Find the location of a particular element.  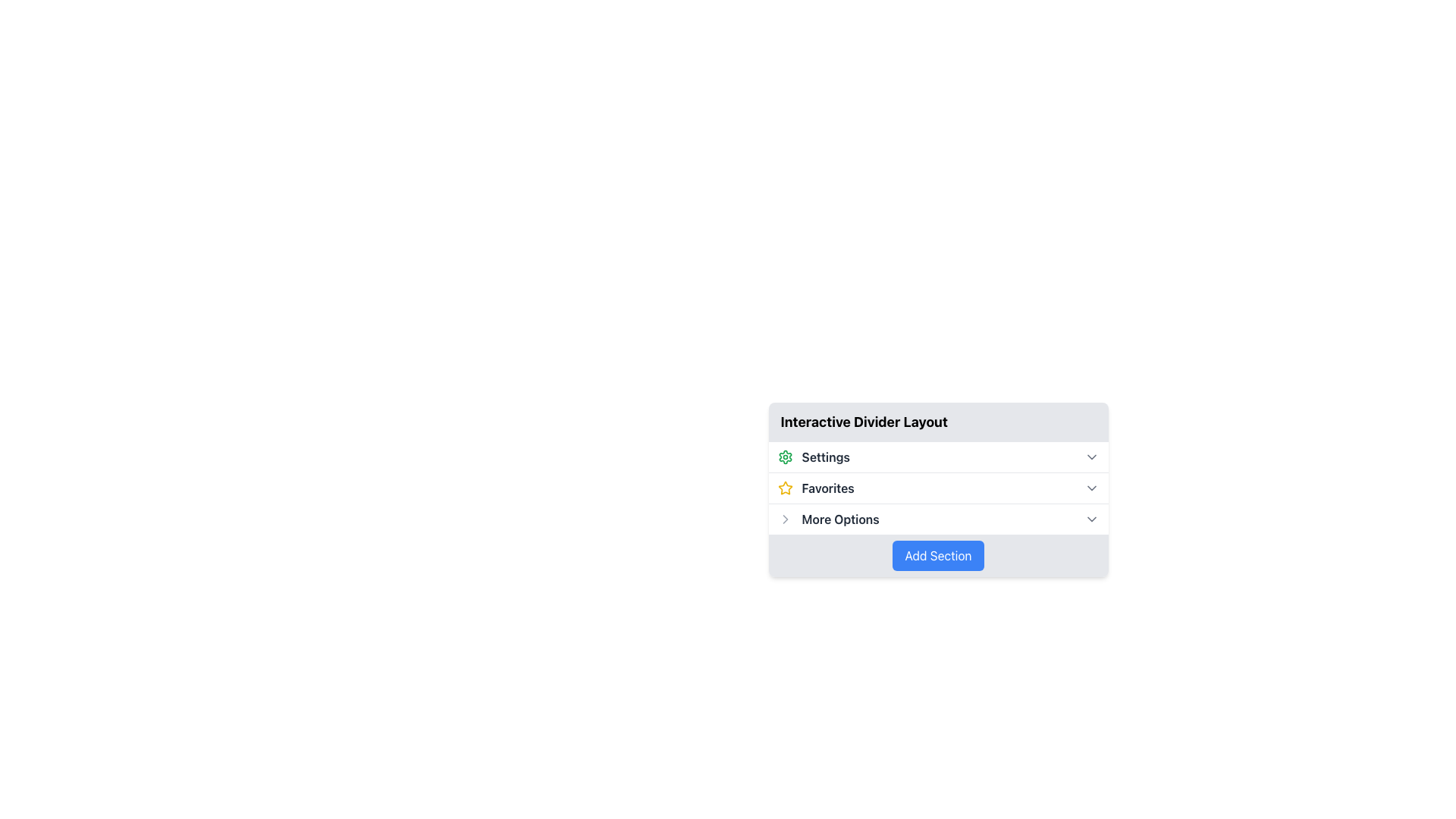

the 'More Options' icon located to the left of the 'More Options' text label is located at coordinates (785, 519).